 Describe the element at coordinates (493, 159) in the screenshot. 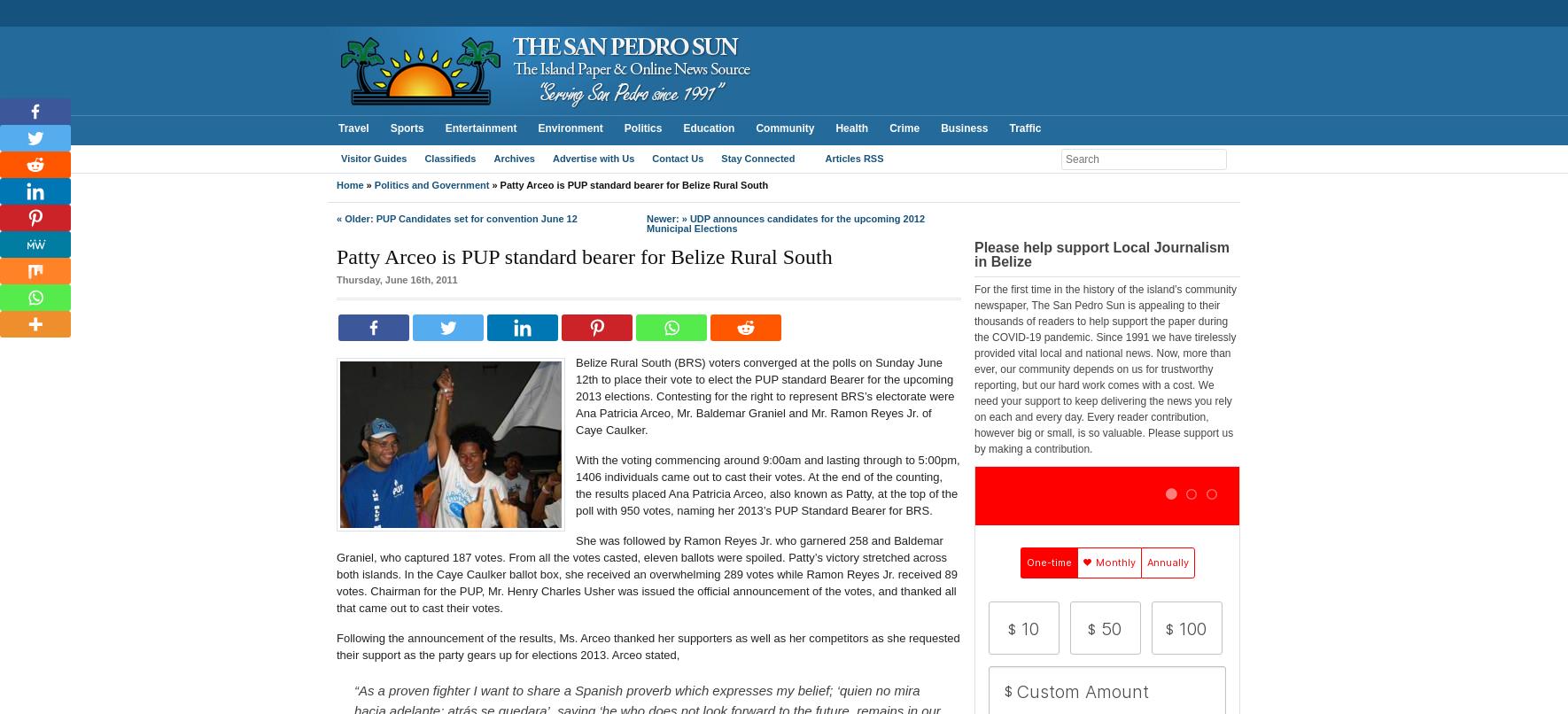

I see `'Archives'` at that location.